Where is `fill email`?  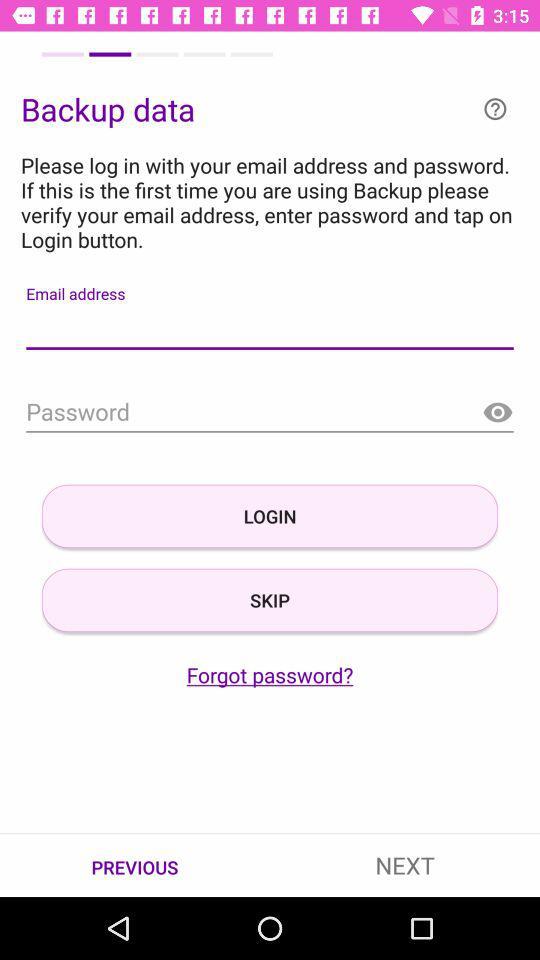 fill email is located at coordinates (270, 329).